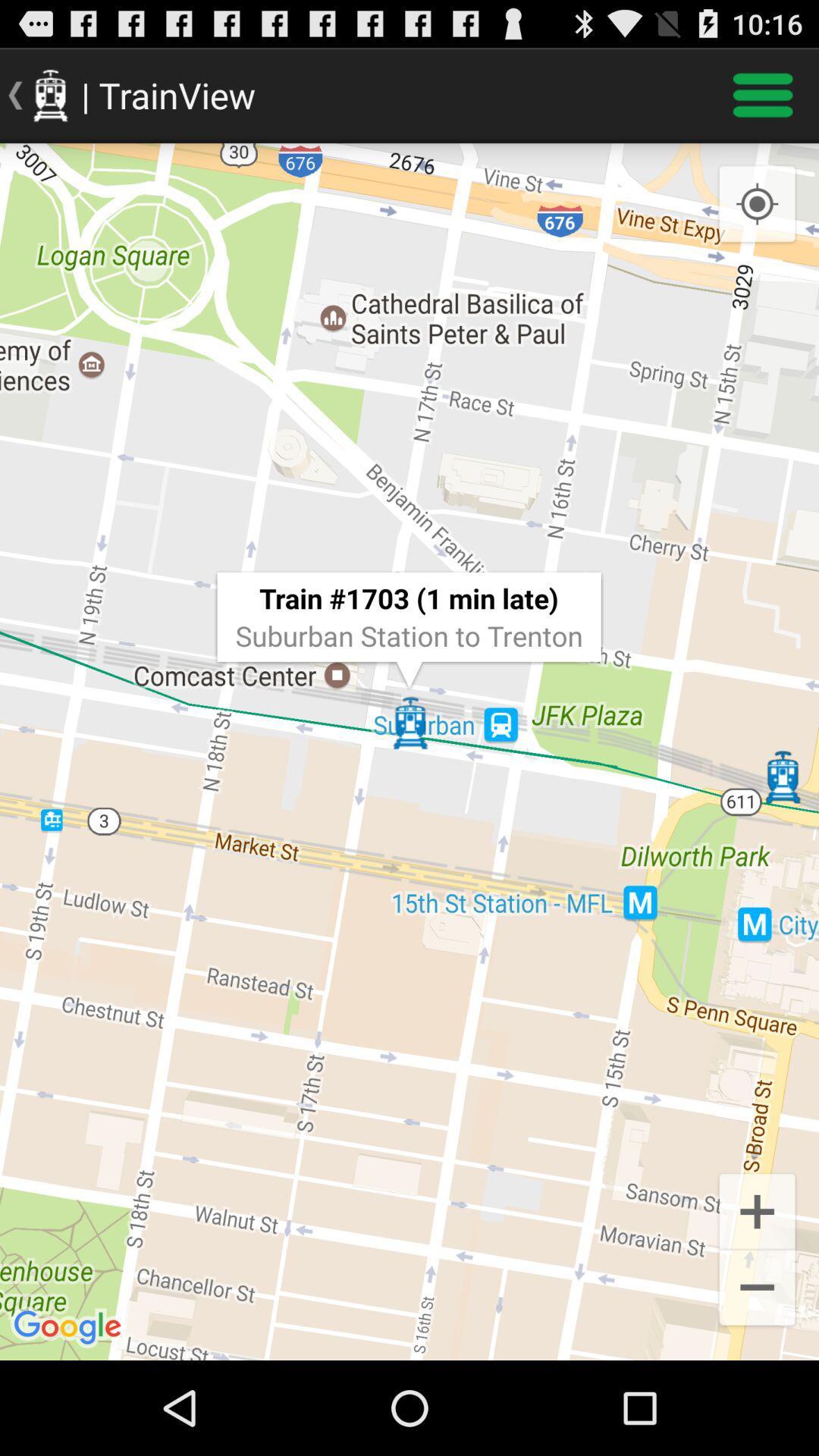 The width and height of the screenshot is (819, 1456). I want to click on the location_crosshair icon, so click(757, 218).